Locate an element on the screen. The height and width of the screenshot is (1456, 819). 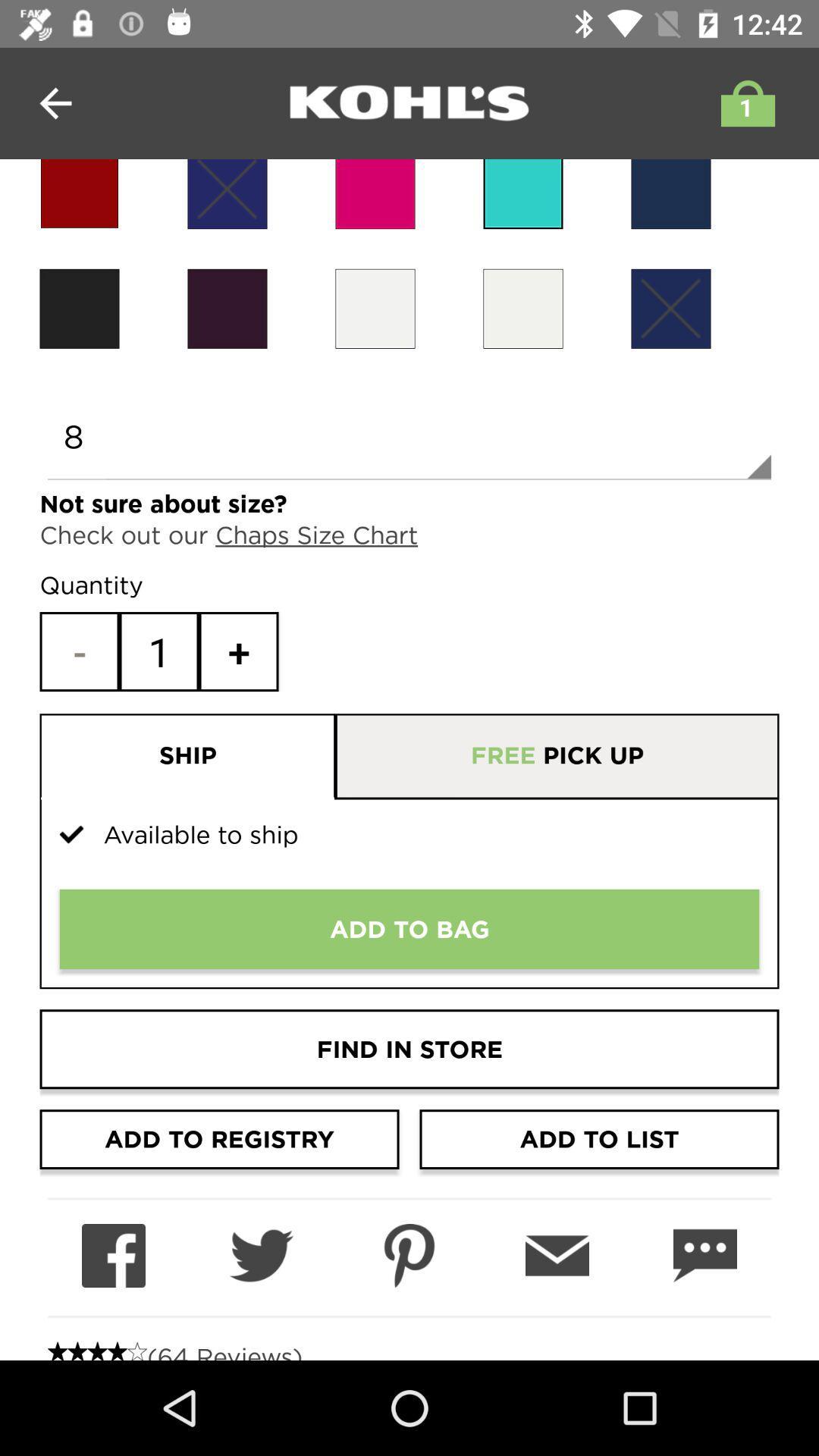
talvez seja somente um problema is located at coordinates (522, 193).